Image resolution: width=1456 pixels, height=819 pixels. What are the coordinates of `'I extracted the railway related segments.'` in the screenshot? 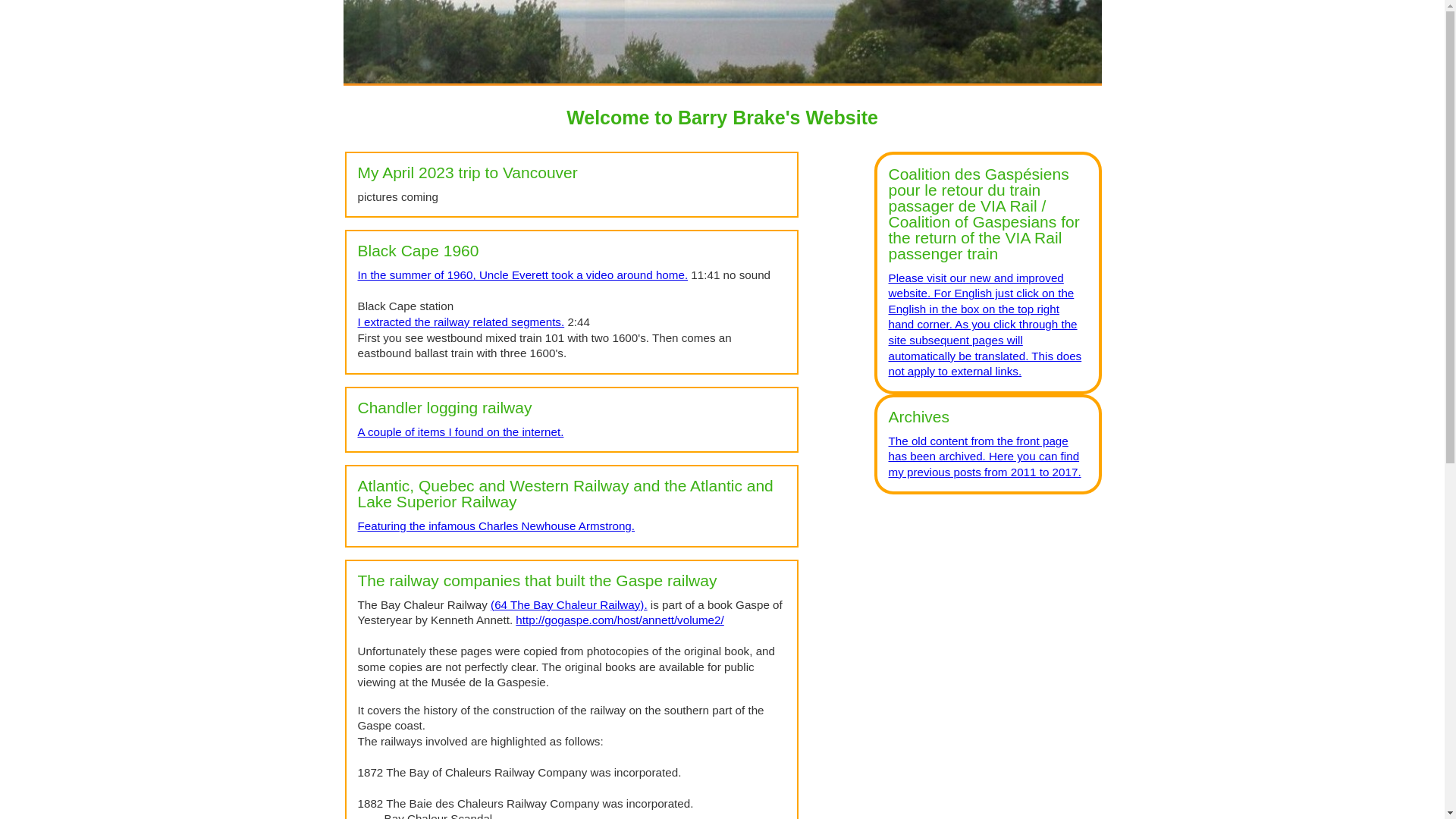 It's located at (460, 321).